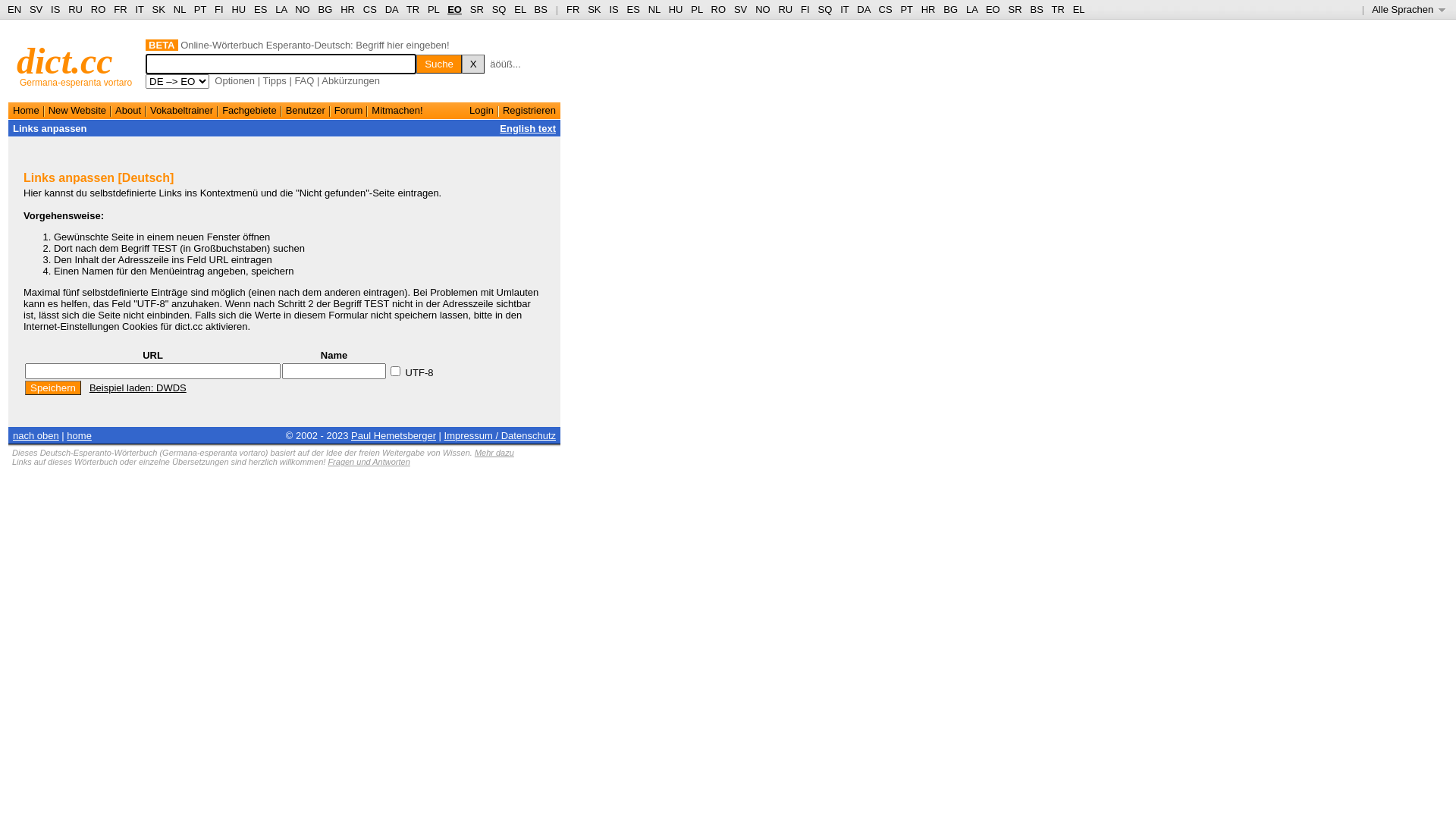 This screenshot has height=819, width=1456. I want to click on 'FR', so click(566, 9).